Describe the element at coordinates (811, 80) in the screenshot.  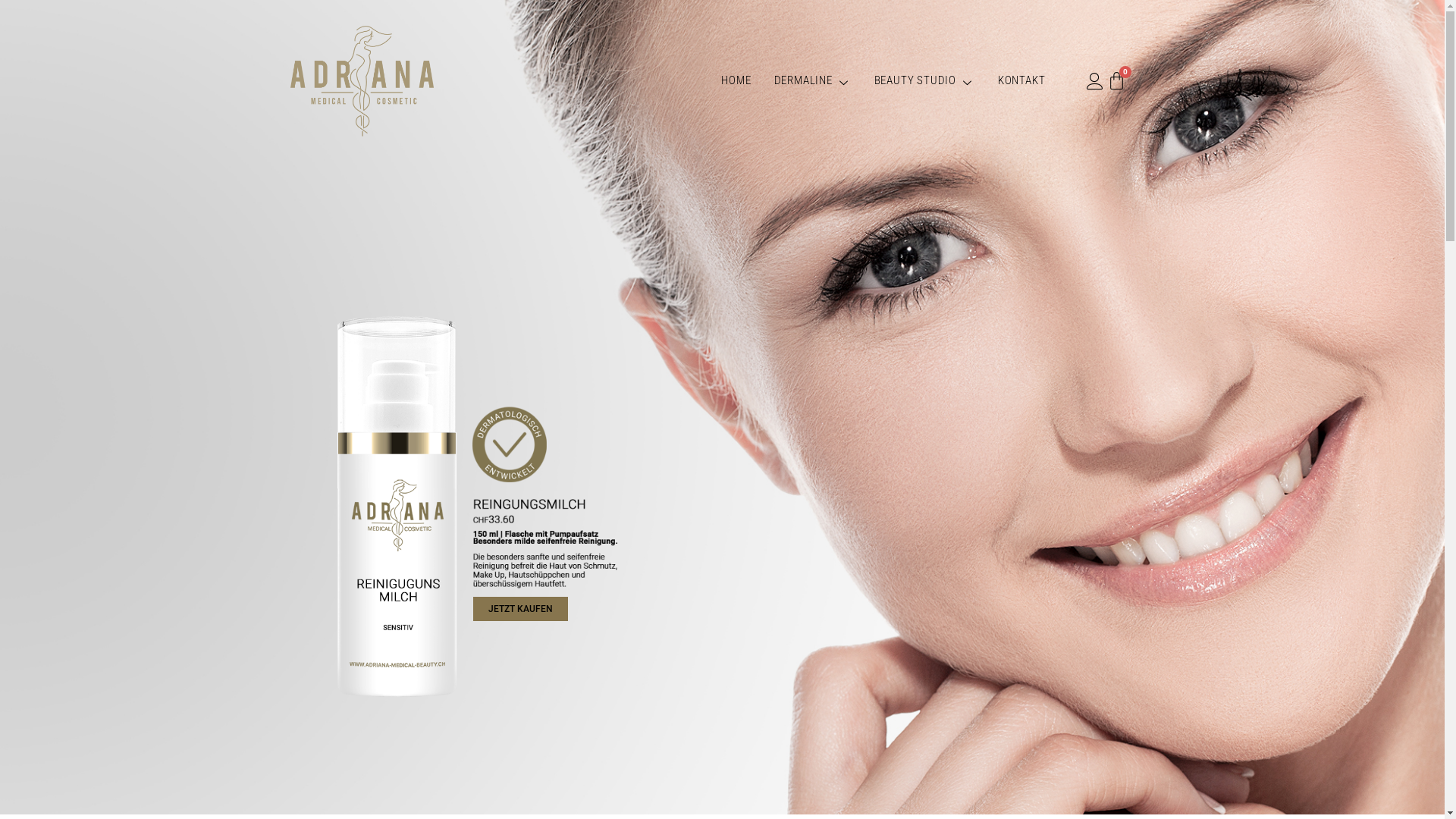
I see `'DERMALINE'` at that location.